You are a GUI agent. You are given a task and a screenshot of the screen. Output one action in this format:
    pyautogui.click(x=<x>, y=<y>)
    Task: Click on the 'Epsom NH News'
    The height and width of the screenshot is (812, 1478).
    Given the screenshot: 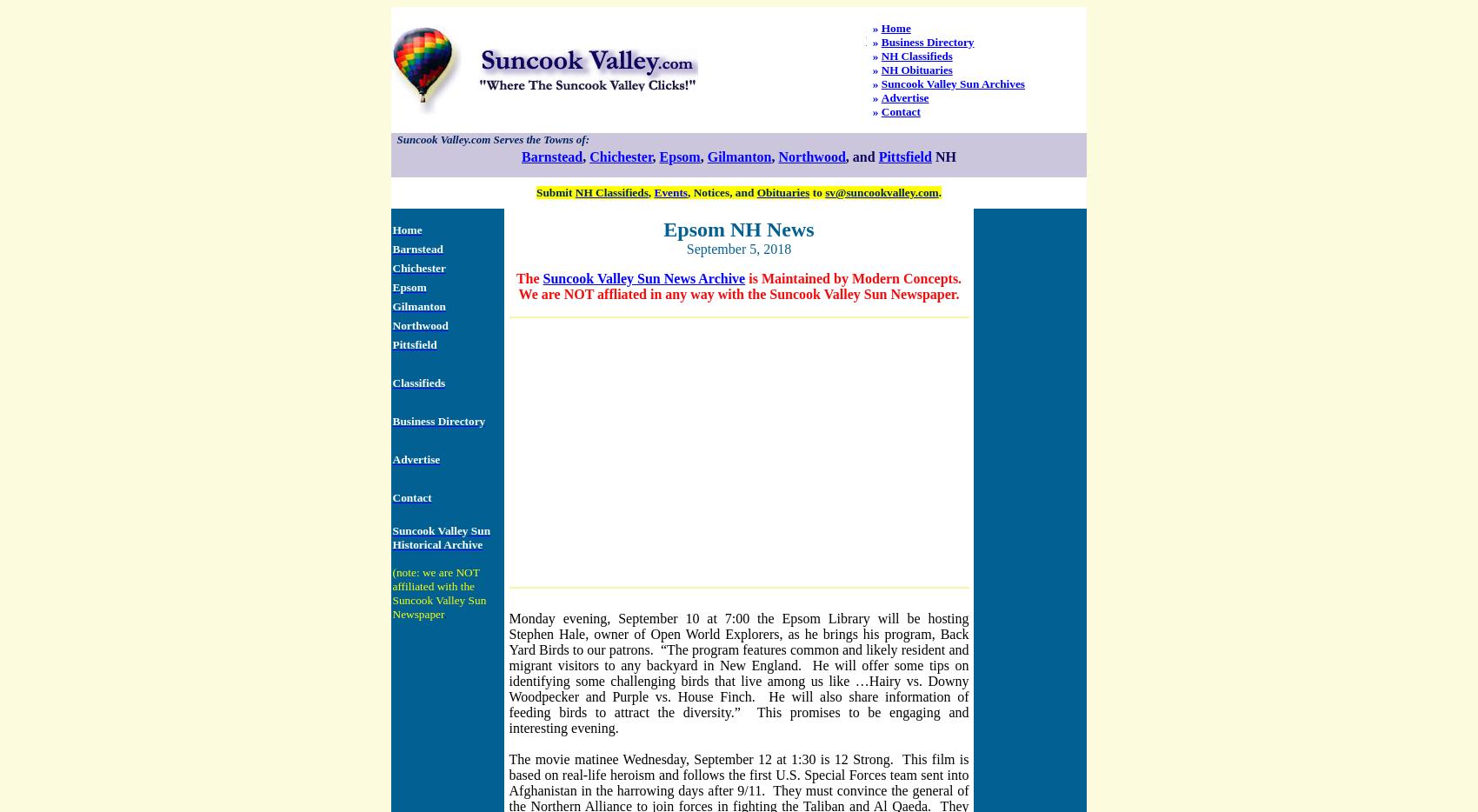 What is the action you would take?
    pyautogui.click(x=737, y=229)
    